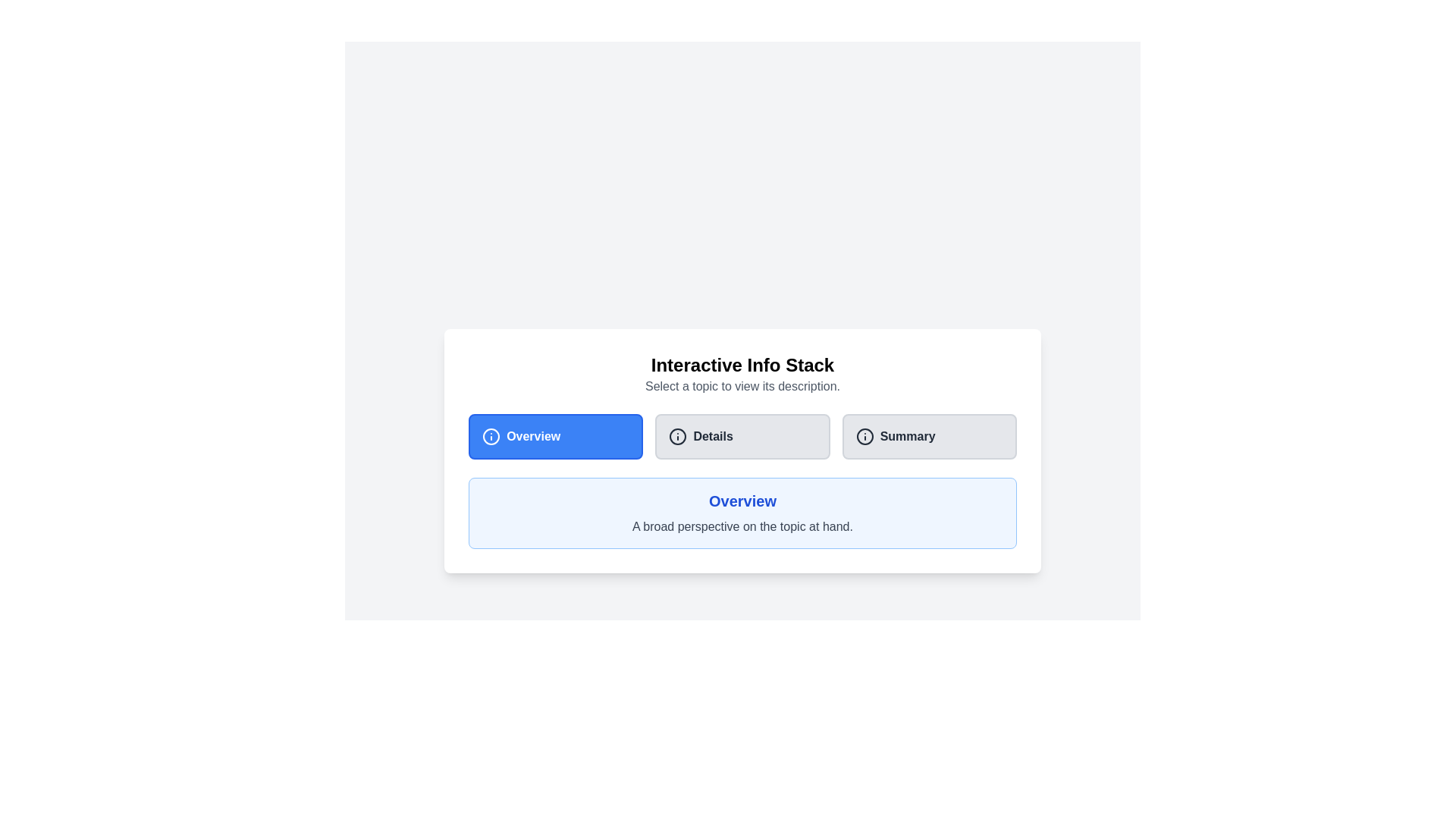 The width and height of the screenshot is (1456, 819). What do you see at coordinates (742, 436) in the screenshot?
I see `the middle button in the horizontal layout of three buttons to observe visual feedback` at bounding box center [742, 436].